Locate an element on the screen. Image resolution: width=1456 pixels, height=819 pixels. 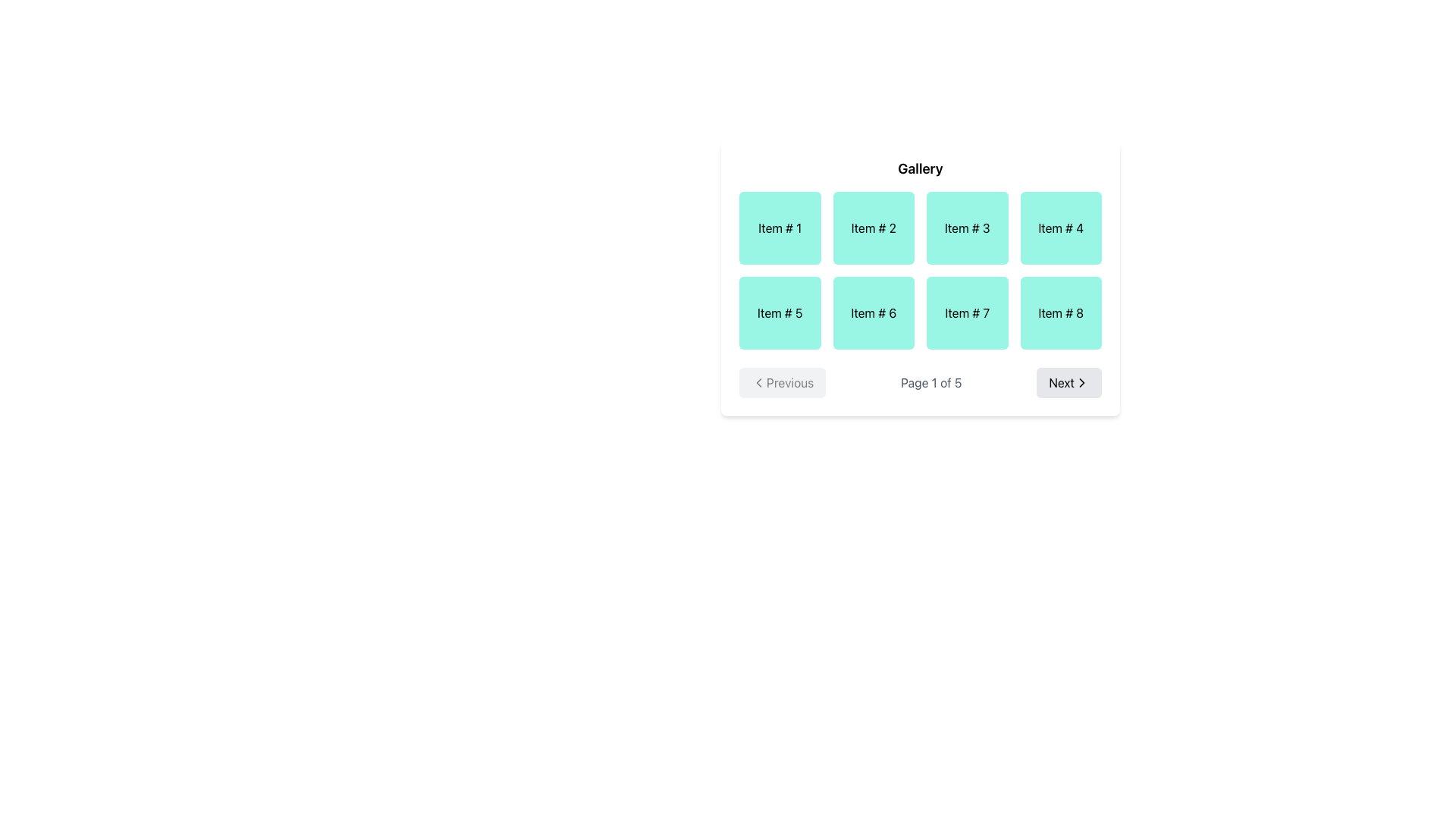
text from the label 'Item # 6' which is styled with black text on a light teal background and located in the second row, second column of the grid layout is located at coordinates (874, 312).